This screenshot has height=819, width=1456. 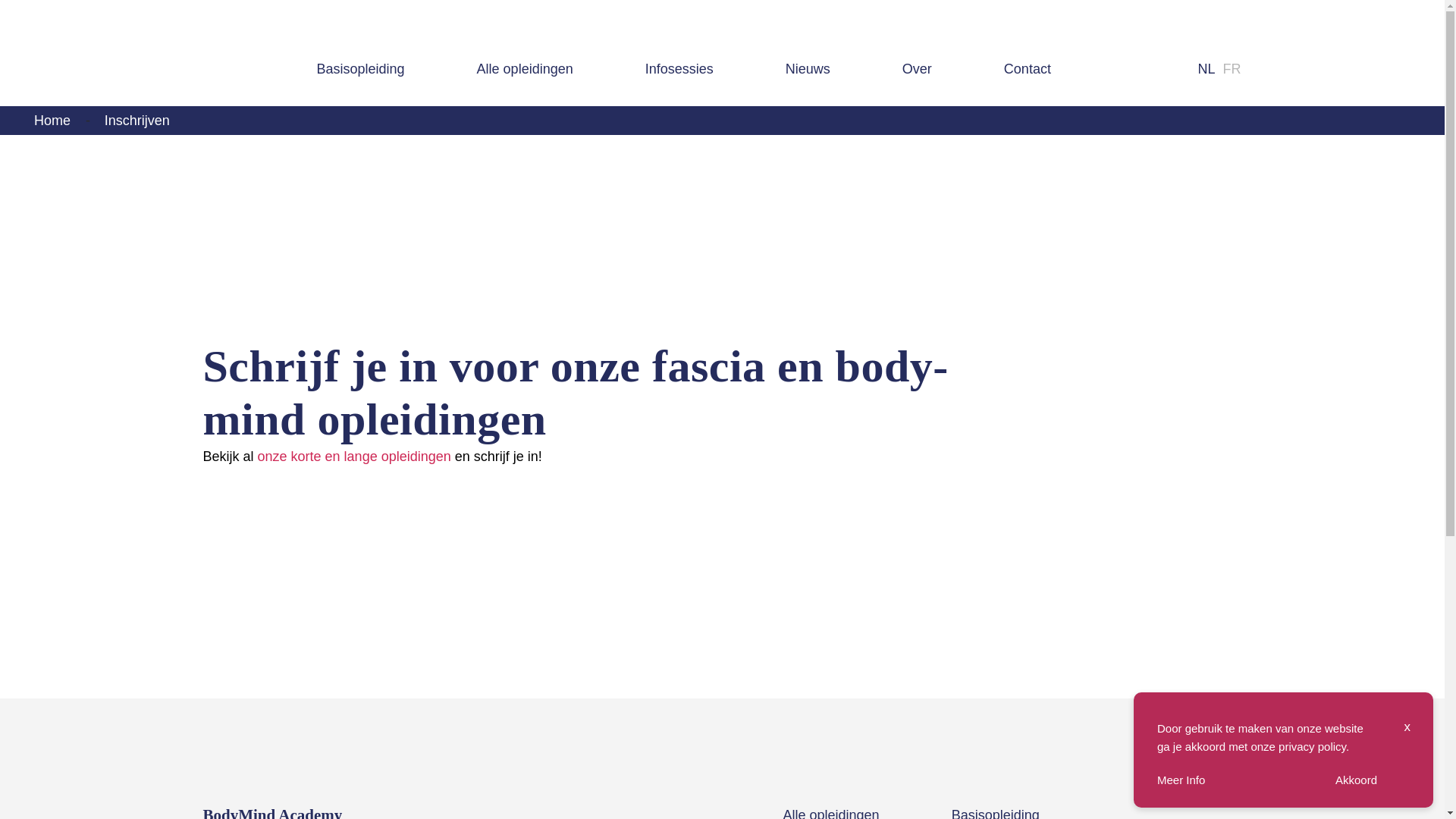 What do you see at coordinates (52, 119) in the screenshot?
I see `'Home'` at bounding box center [52, 119].